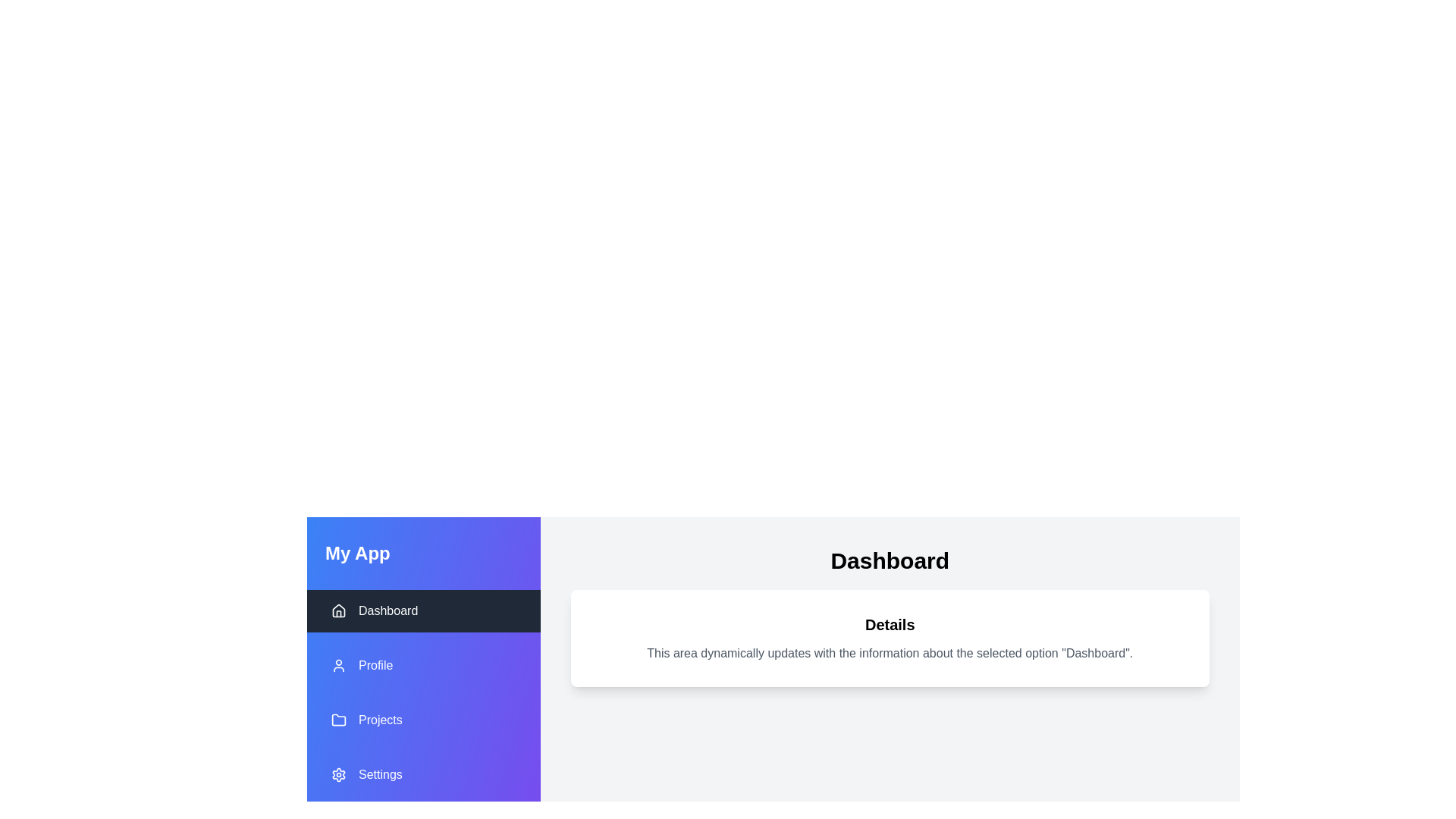  I want to click on the menu item Settings, so click(423, 775).